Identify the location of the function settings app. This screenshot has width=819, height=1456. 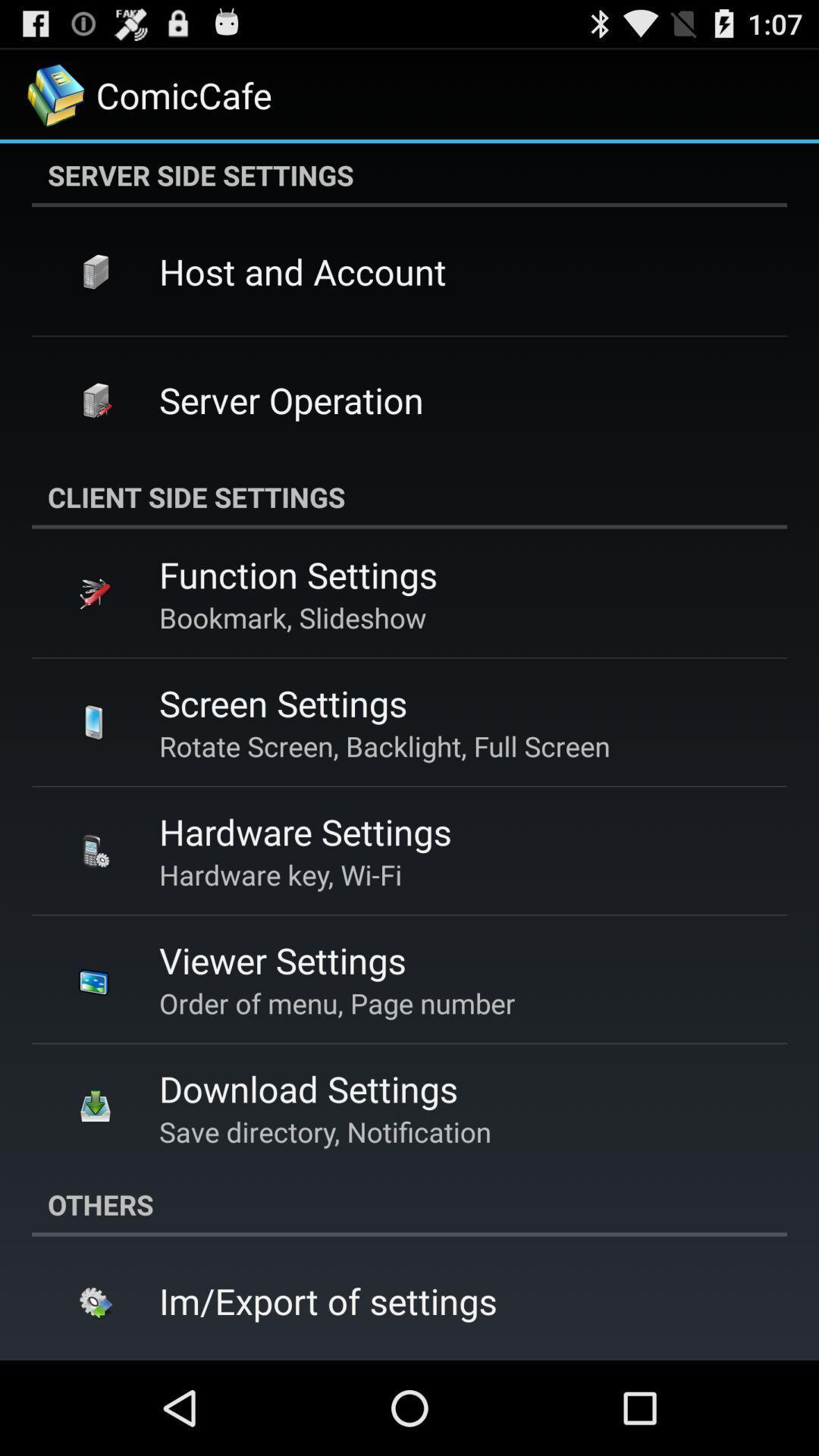
(298, 573).